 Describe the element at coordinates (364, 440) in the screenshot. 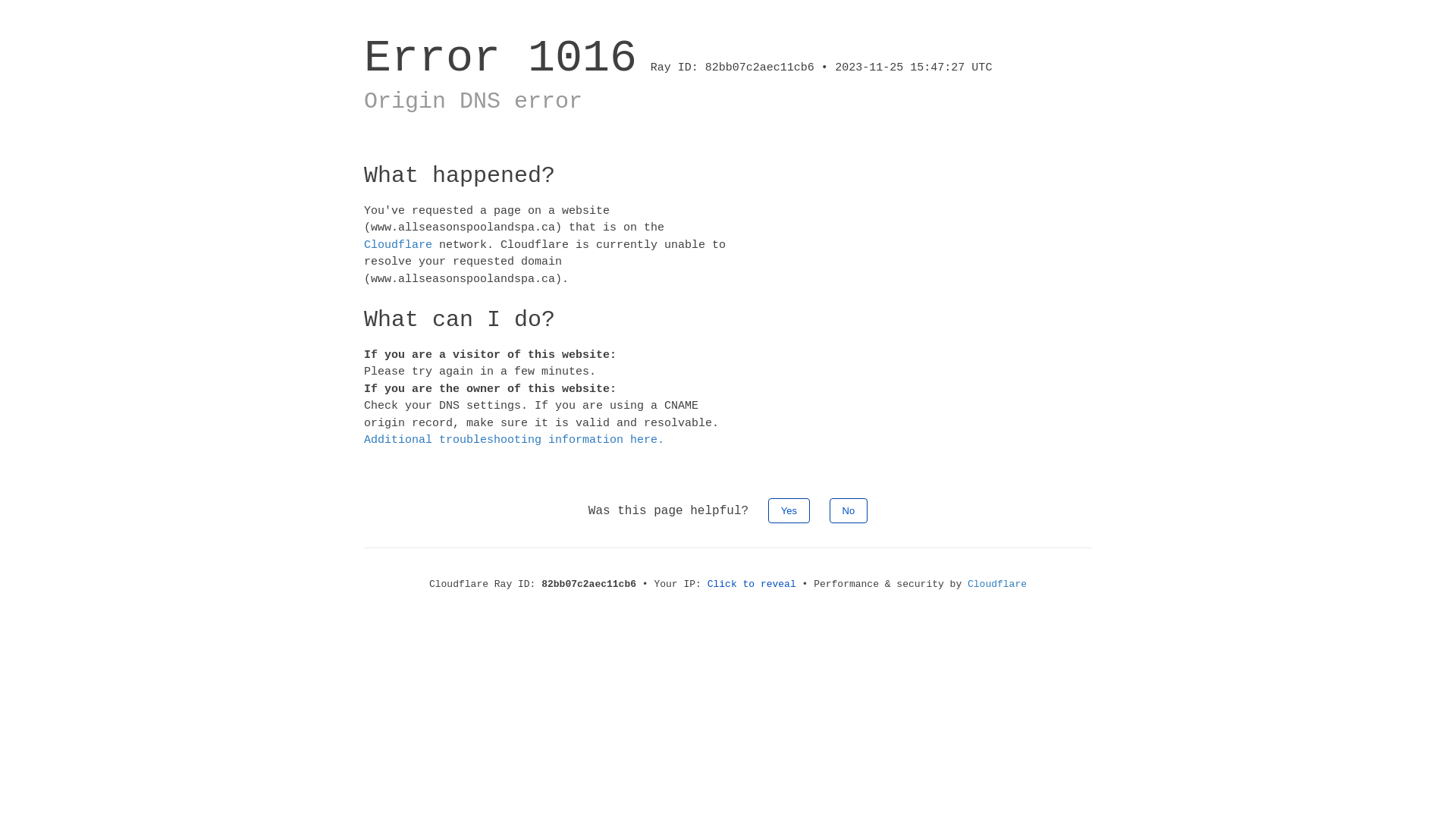

I see `'Additional troubleshooting information here.'` at that location.